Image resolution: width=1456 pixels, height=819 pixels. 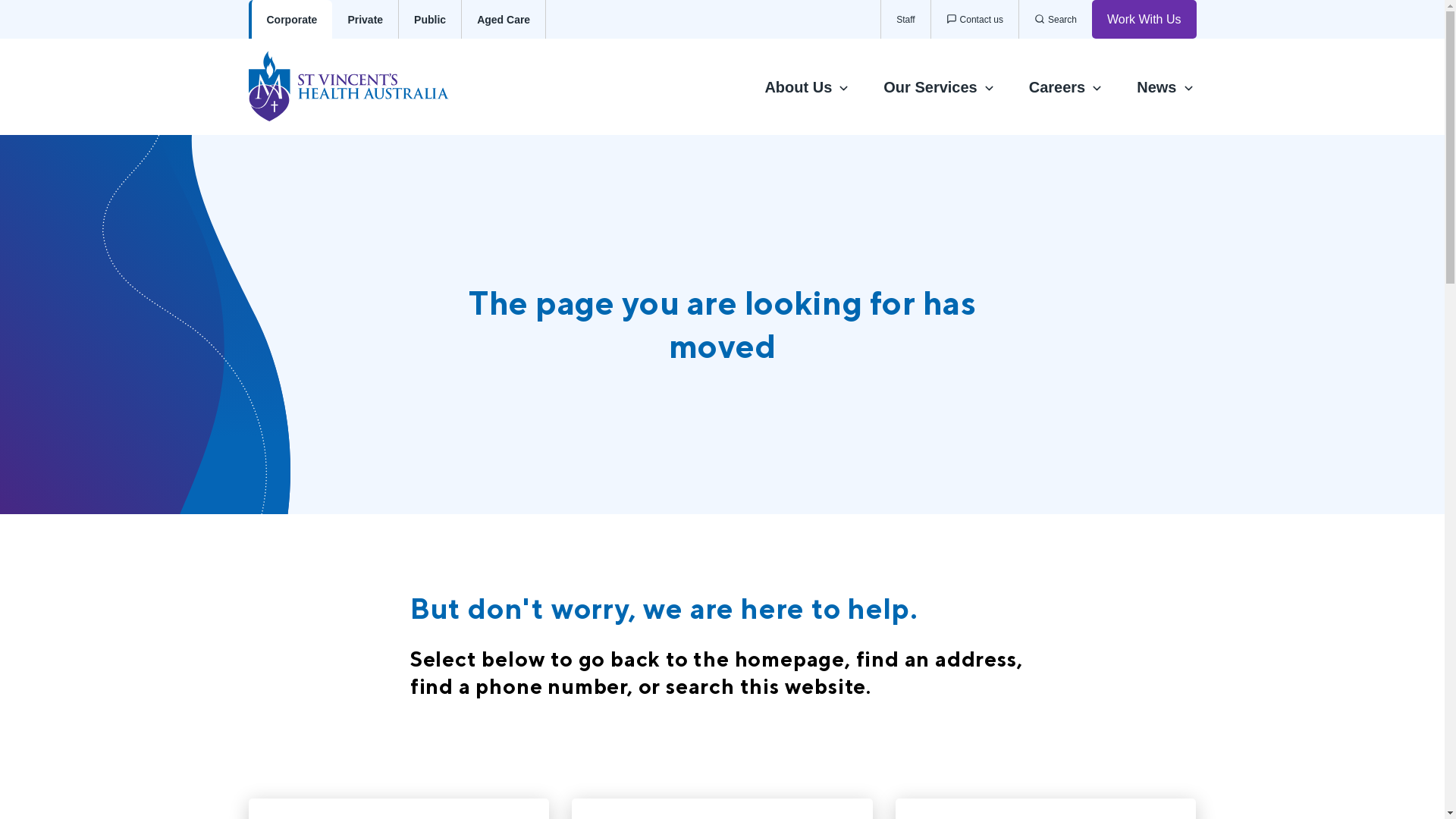 What do you see at coordinates (1018, 19) in the screenshot?
I see `'Search'` at bounding box center [1018, 19].